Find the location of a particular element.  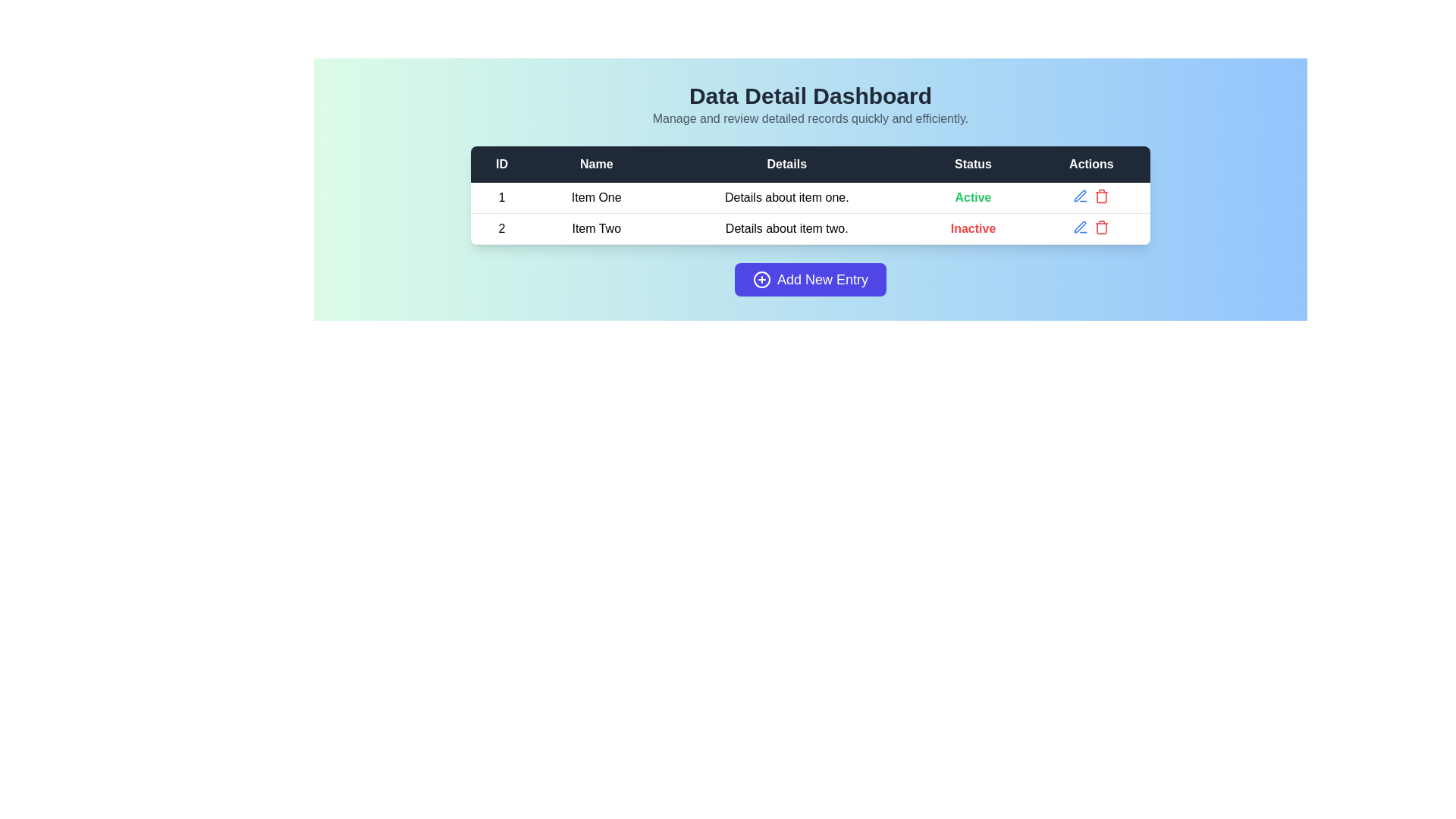

the table header labeled 'Details', which is the third header in a data table, positioned between 'Name' and 'Status', featuring bold white text on a dark blue background is located at coordinates (786, 164).